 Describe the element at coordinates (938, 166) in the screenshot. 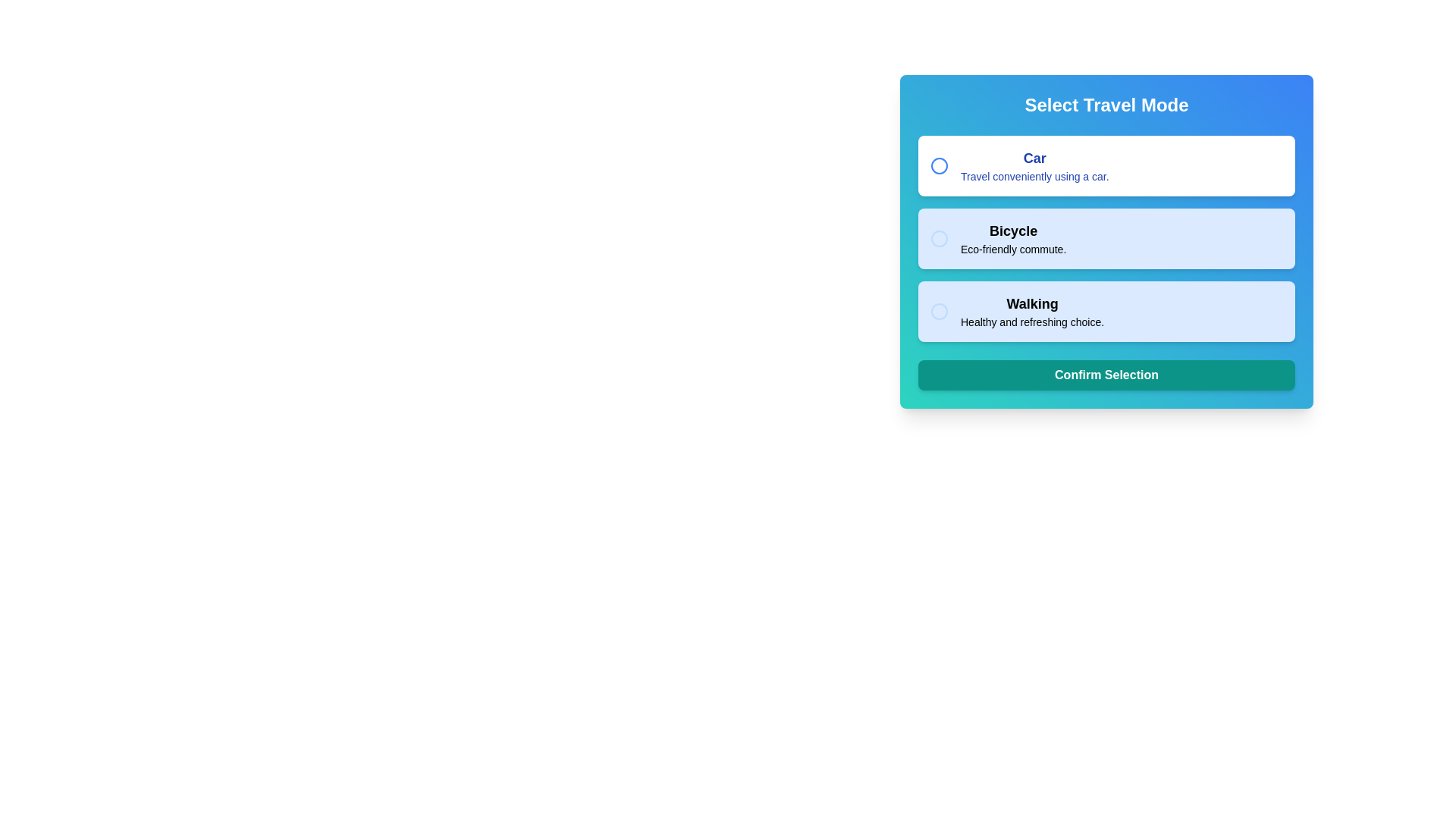

I see `the blue circular icon located to the left of the 'Car' text header within the selectable option card` at that location.